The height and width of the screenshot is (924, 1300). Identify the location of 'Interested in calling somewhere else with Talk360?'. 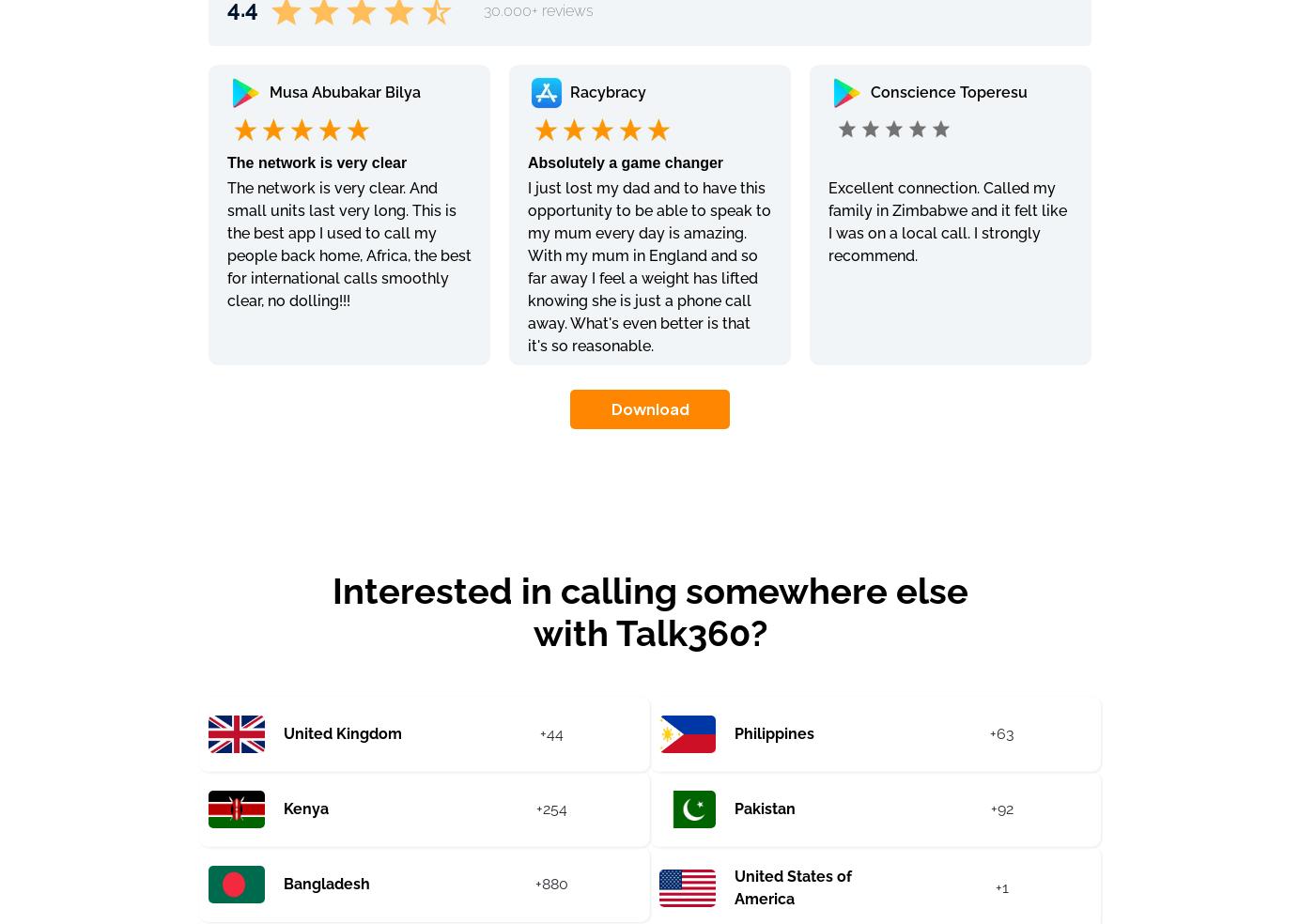
(331, 611).